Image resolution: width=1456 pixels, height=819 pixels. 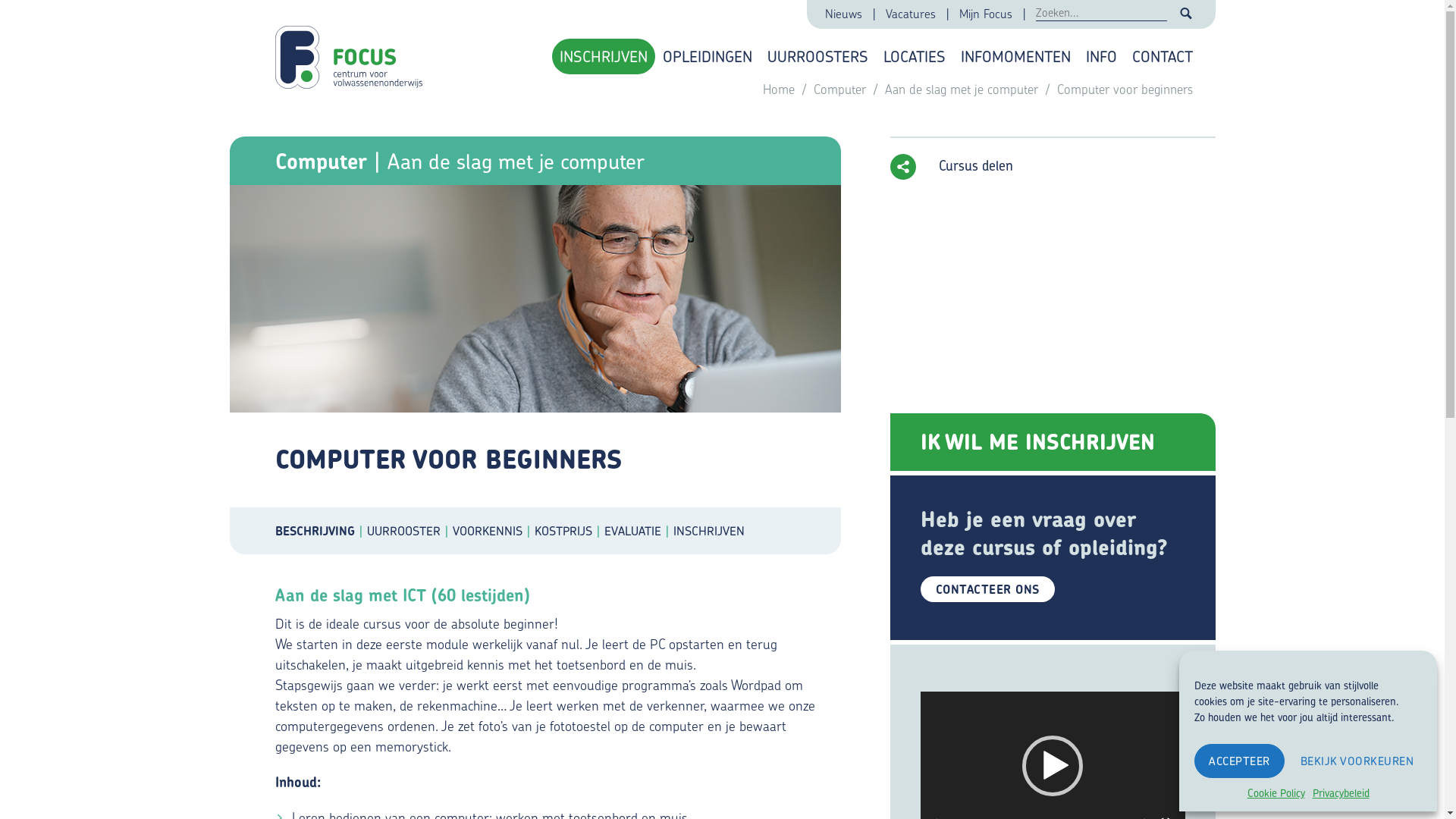 What do you see at coordinates (817, 55) in the screenshot?
I see `'UURROOSTERS'` at bounding box center [817, 55].